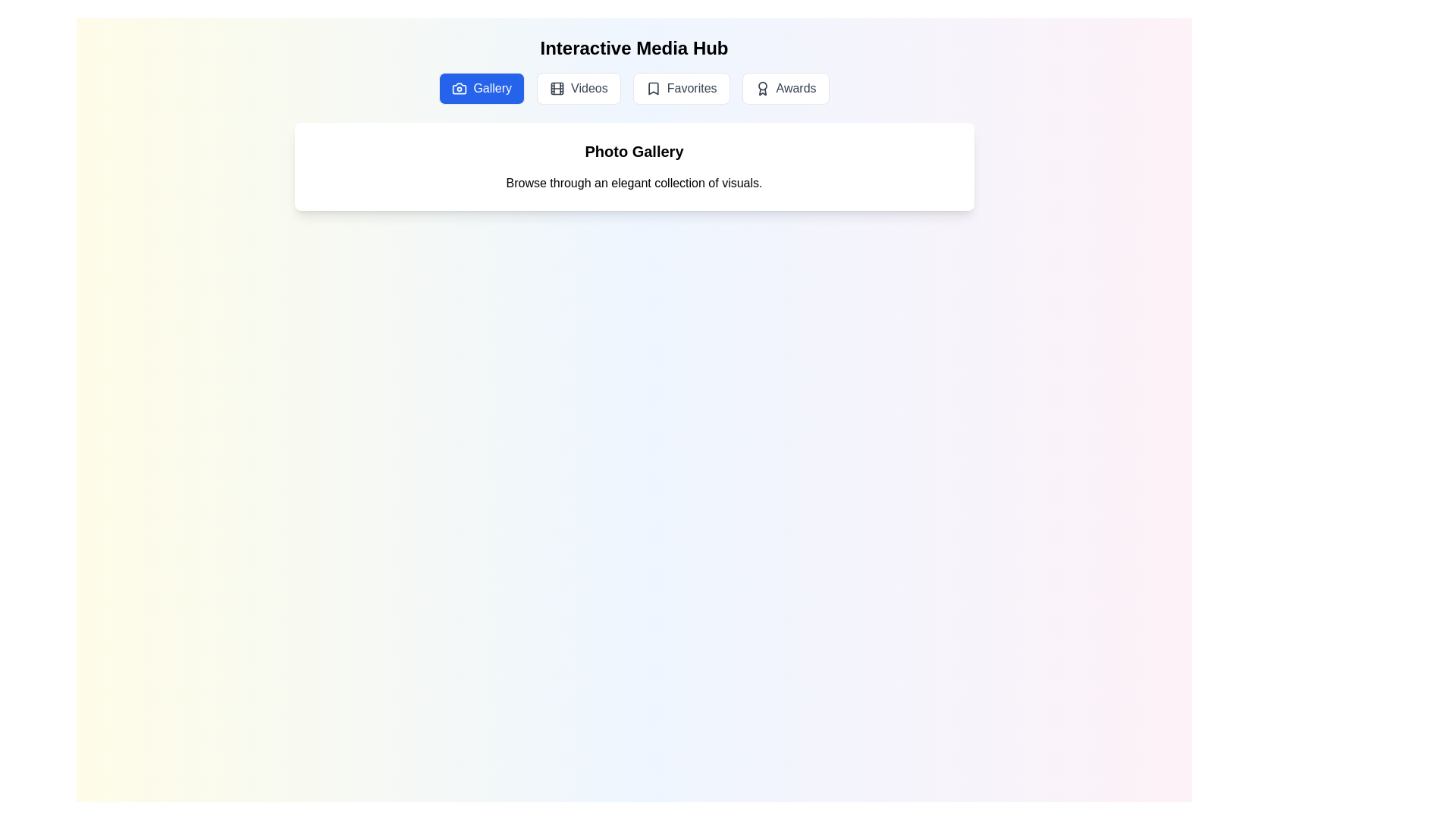  What do you see at coordinates (578, 88) in the screenshot?
I see `the second button in the horizontally arranged navigation bar, located between the 'Gallery' button and the 'Favorites' button` at bounding box center [578, 88].